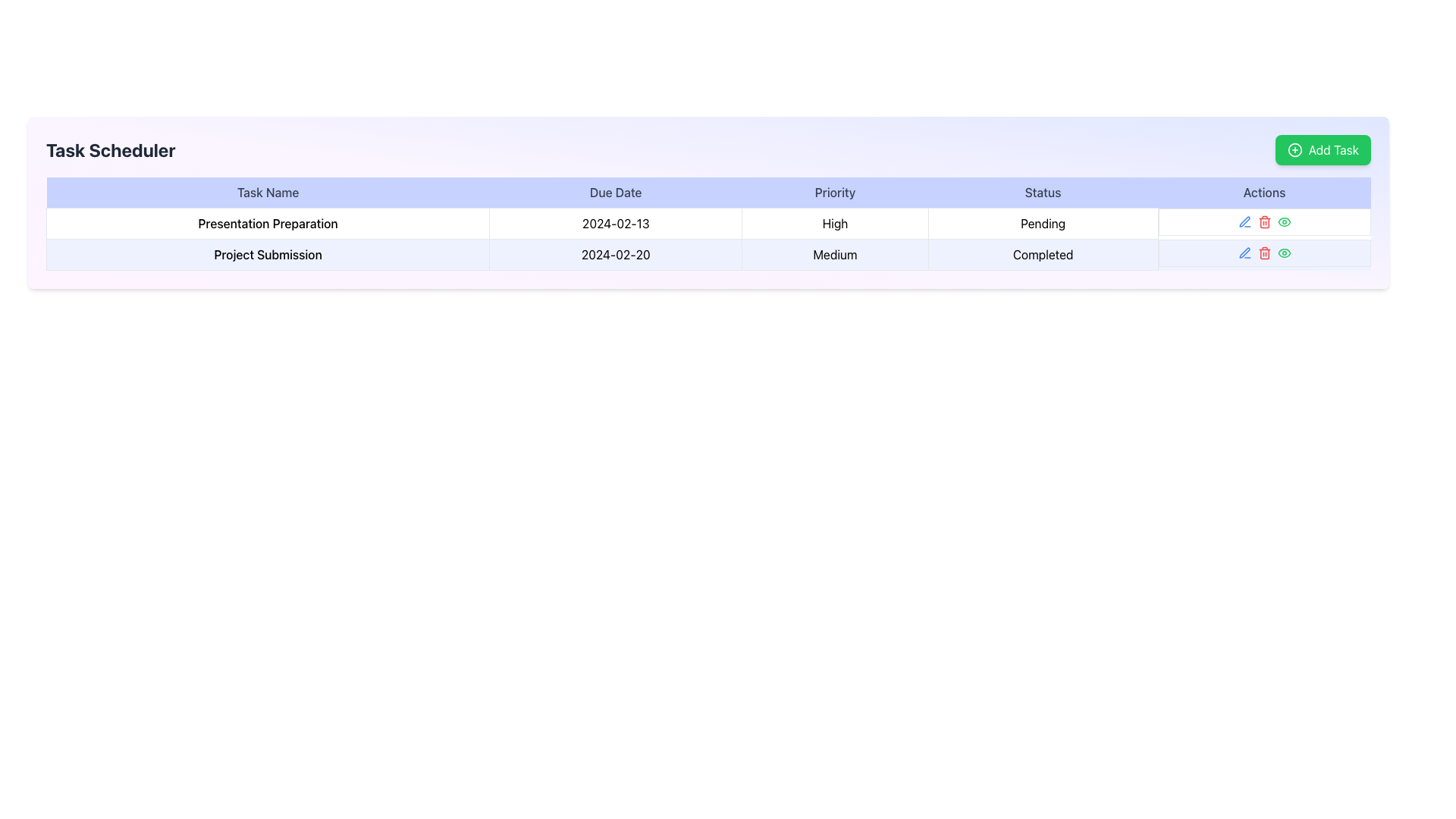  What do you see at coordinates (616, 192) in the screenshot?
I see `the text label that displays 'Due Date', which is centrally positioned in the second column of the header row in a table, following 'Task Name' and preceding 'Priority'` at bounding box center [616, 192].